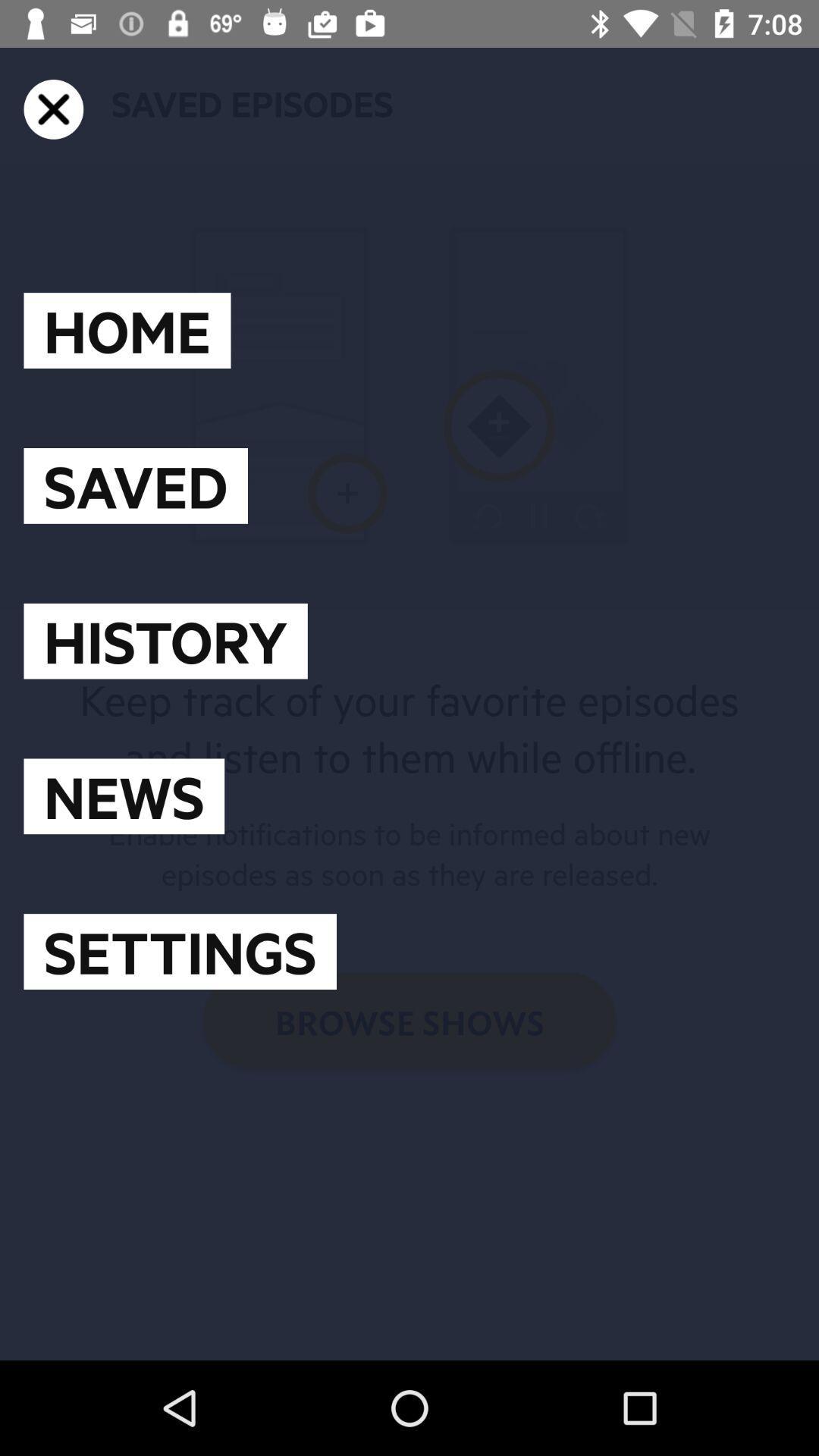  Describe the element at coordinates (135, 485) in the screenshot. I see `item above the history item` at that location.